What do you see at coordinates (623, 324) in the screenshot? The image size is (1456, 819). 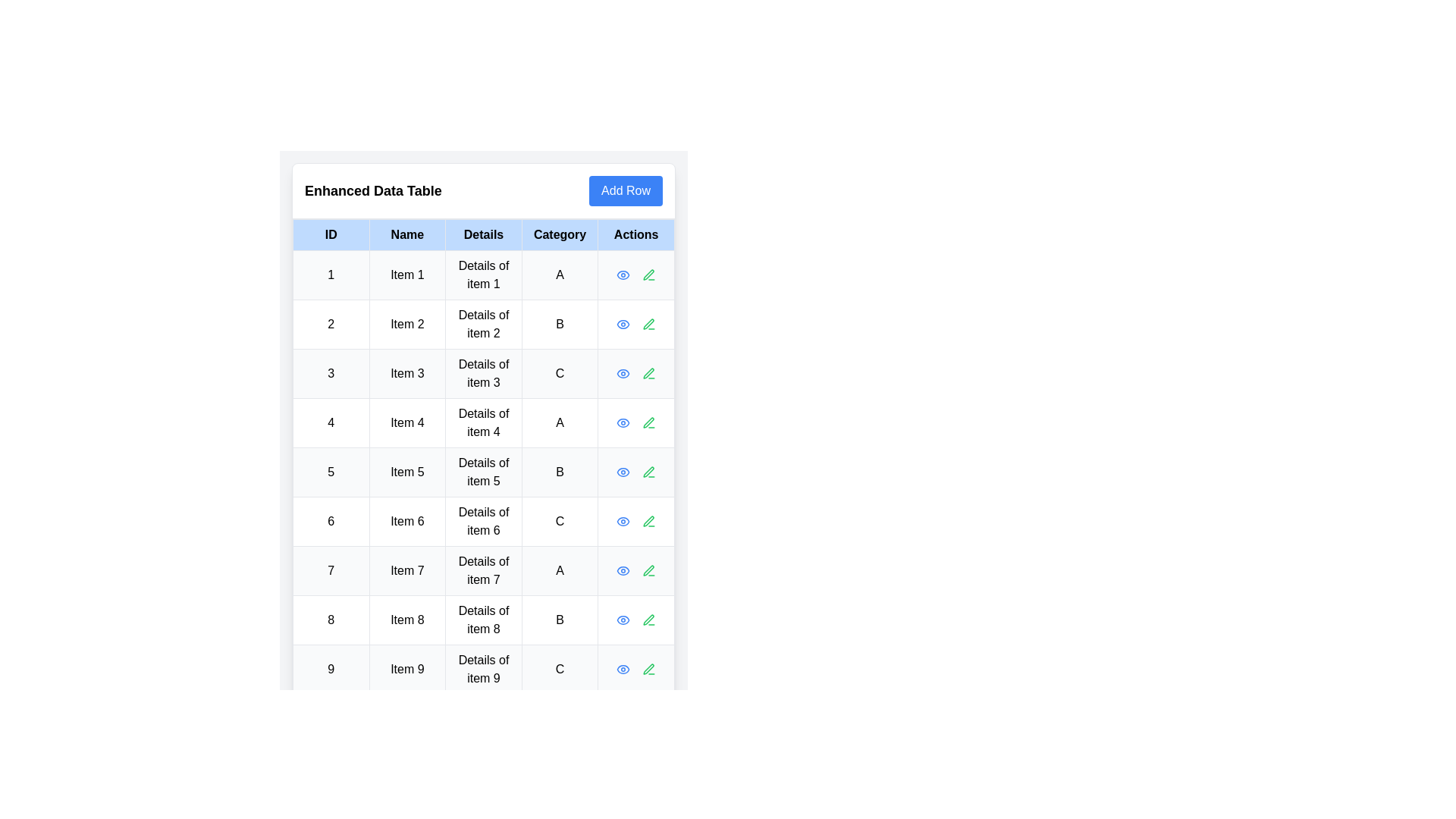 I see `the button-like icon in the 'Actions' column of the table for 'Item 2'` at bounding box center [623, 324].